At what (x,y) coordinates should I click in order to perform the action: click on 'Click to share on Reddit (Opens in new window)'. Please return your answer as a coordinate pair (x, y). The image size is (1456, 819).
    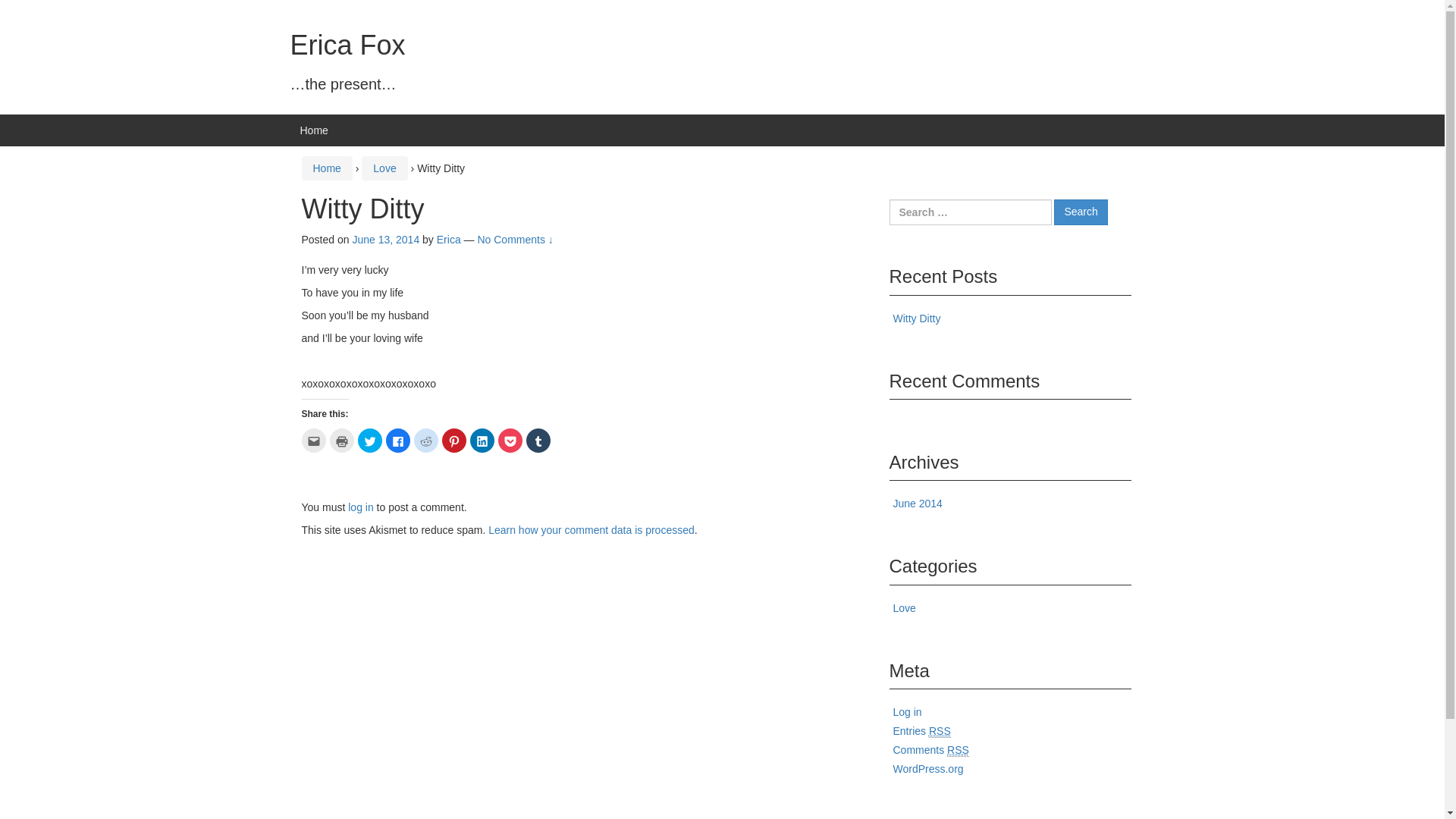
    Looking at the image, I should click on (414, 441).